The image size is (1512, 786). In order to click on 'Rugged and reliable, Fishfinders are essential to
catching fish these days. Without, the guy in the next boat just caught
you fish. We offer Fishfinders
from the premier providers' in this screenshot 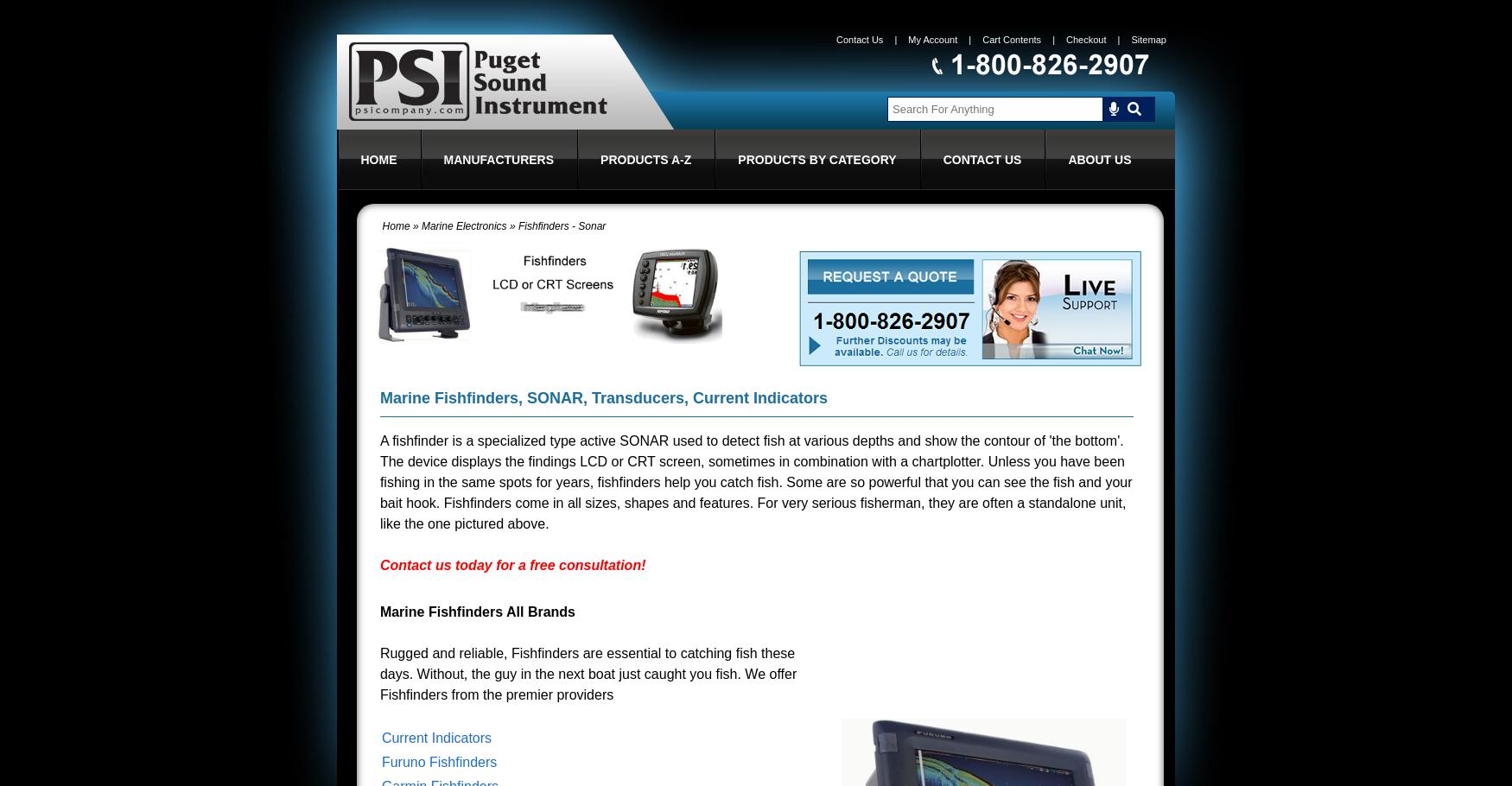, I will do `click(587, 674)`.